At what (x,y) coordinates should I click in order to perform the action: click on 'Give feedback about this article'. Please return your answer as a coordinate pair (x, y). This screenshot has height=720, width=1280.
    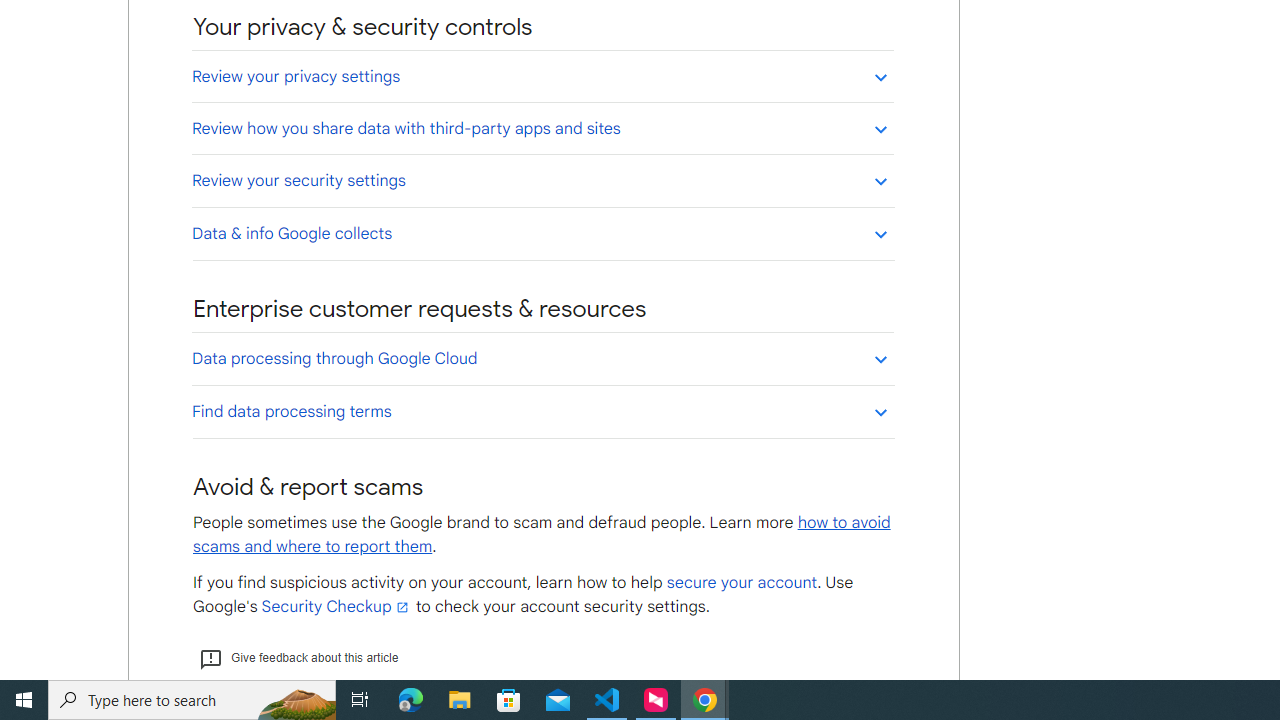
    Looking at the image, I should click on (297, 658).